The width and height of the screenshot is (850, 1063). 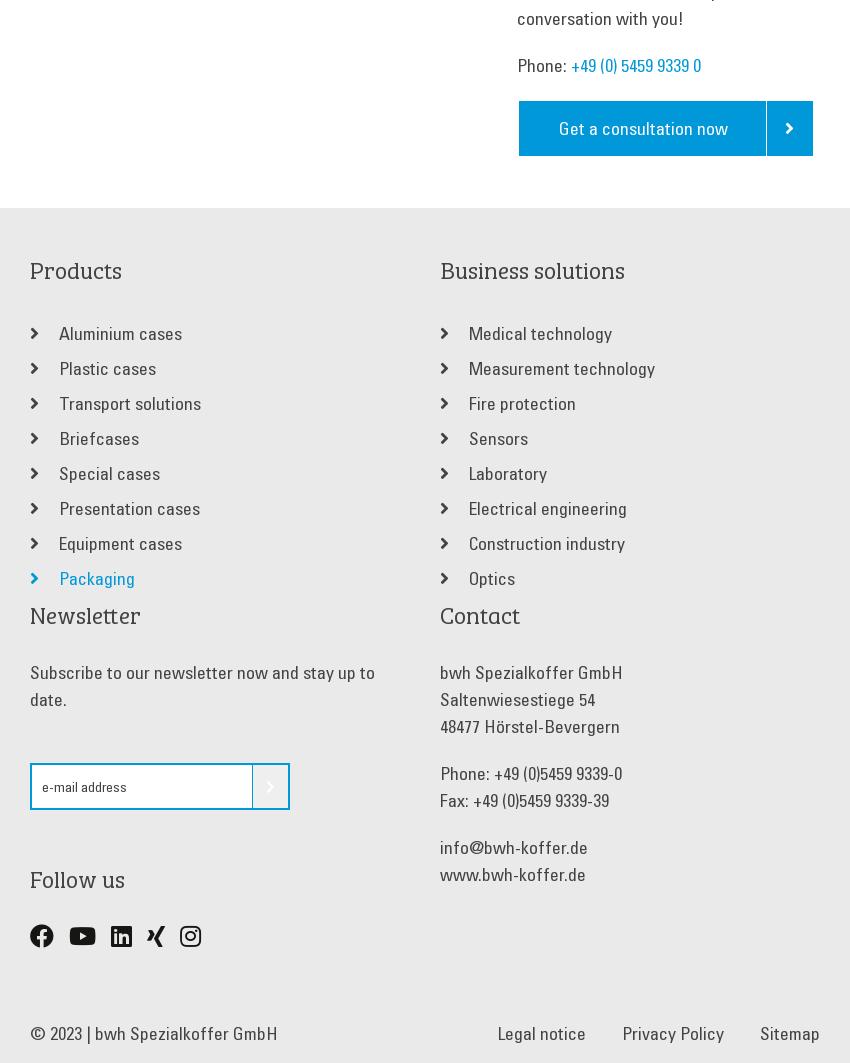 I want to click on 'www.bwh-koffer.de', so click(x=511, y=873).